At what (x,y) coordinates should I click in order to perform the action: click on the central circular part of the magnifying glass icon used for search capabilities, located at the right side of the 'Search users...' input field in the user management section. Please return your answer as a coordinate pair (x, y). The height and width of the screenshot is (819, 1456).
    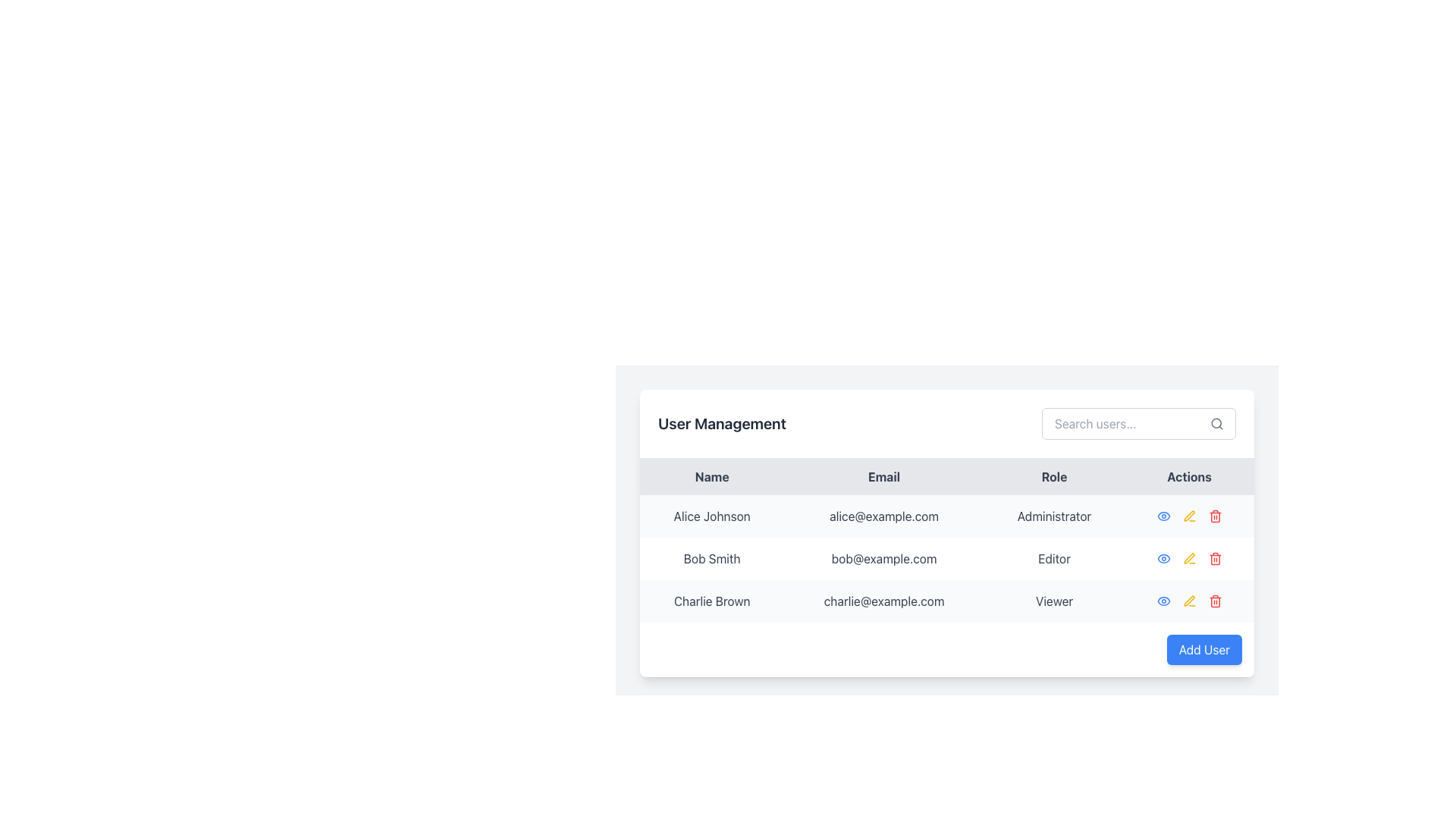
    Looking at the image, I should click on (1216, 423).